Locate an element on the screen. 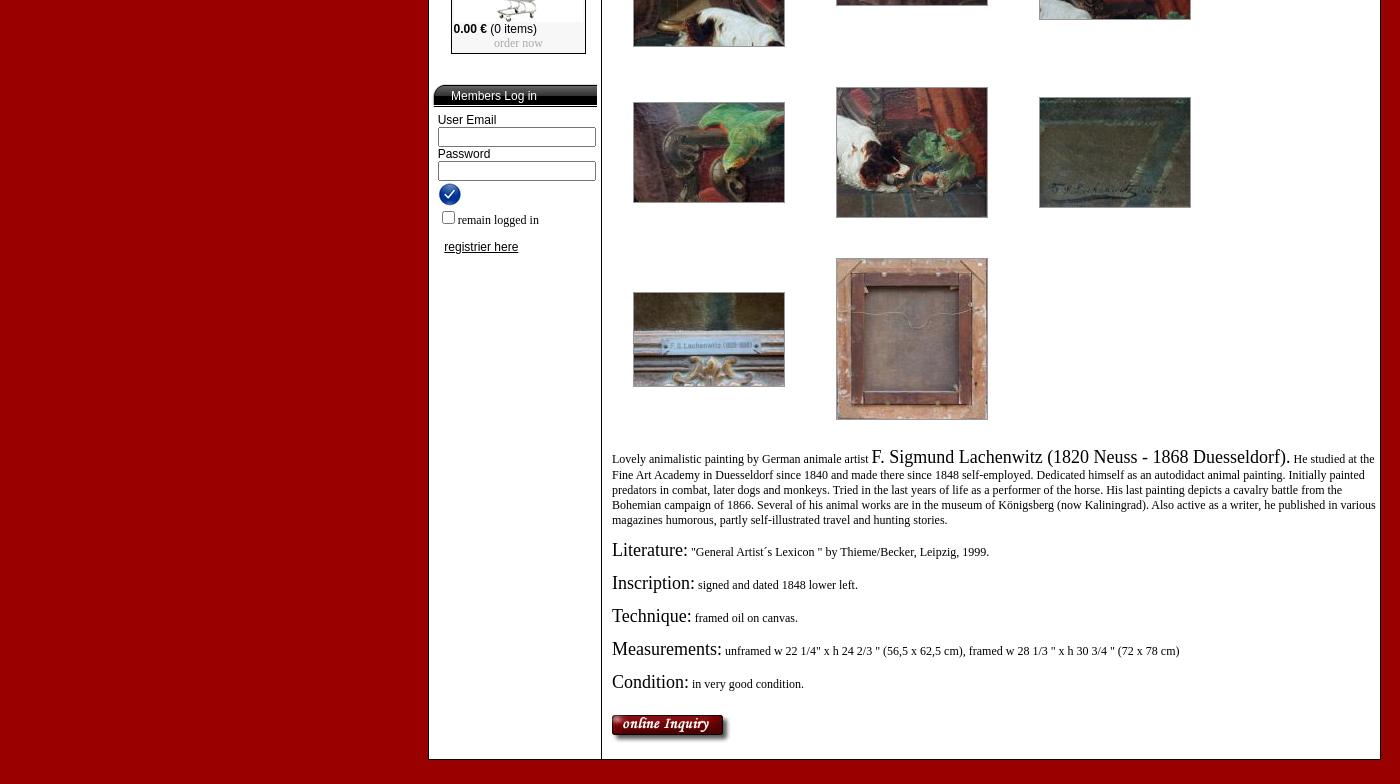  'User Email' is located at coordinates (466, 120).